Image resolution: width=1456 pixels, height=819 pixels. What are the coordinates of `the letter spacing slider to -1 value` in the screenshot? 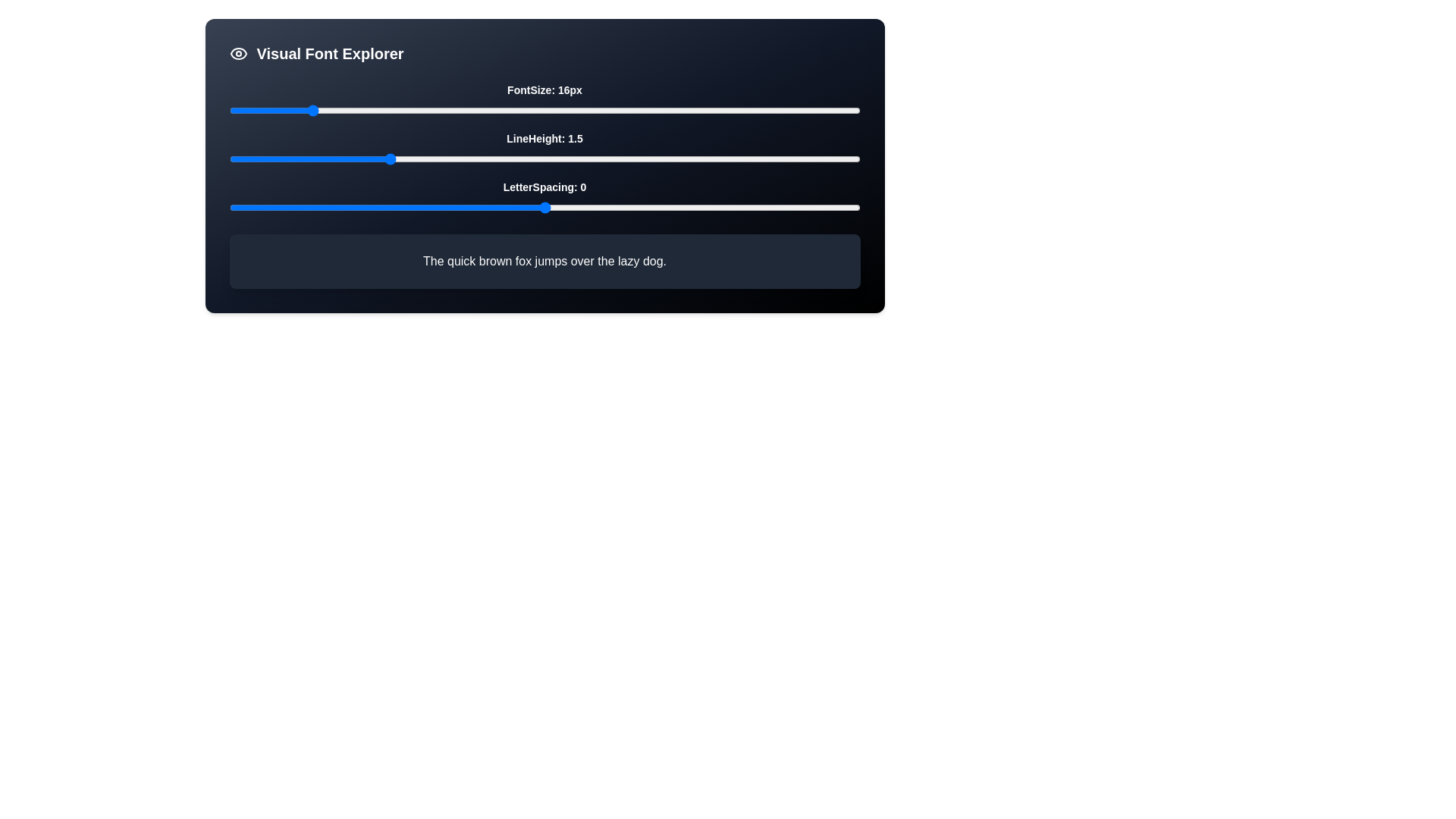 It's located at (481, 207).